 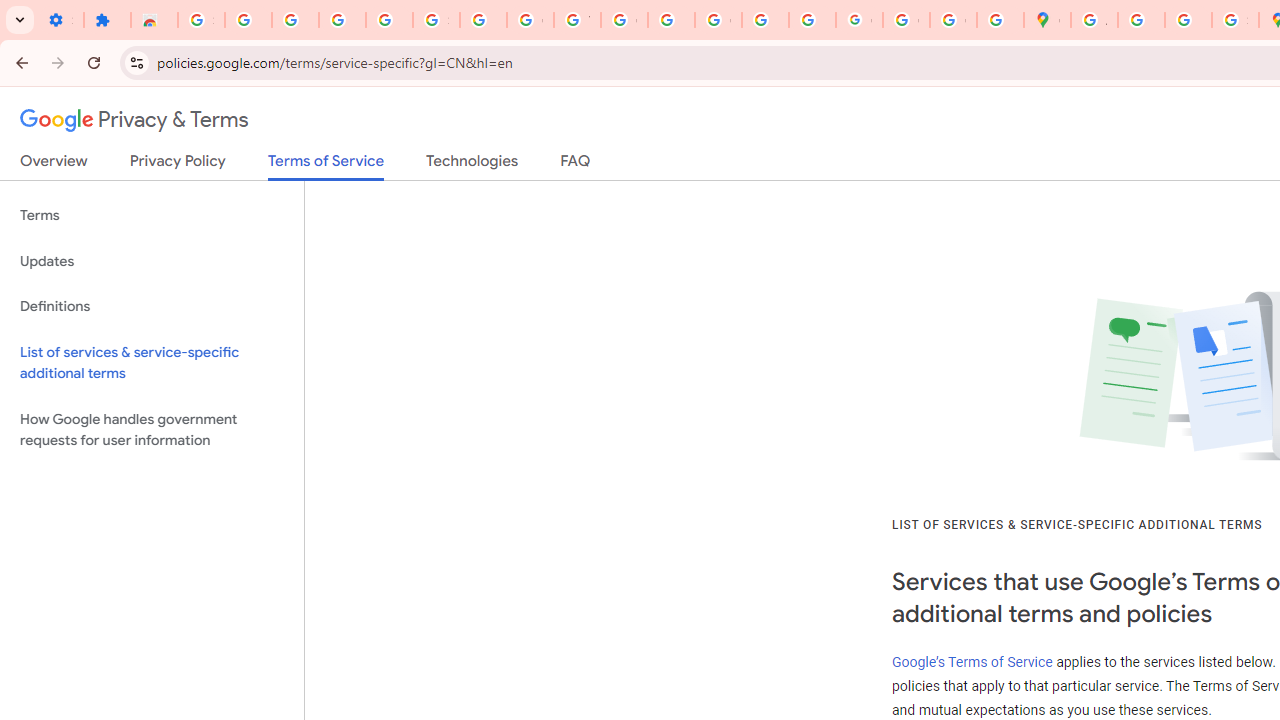 I want to click on 'Google Maps', so click(x=1046, y=20).